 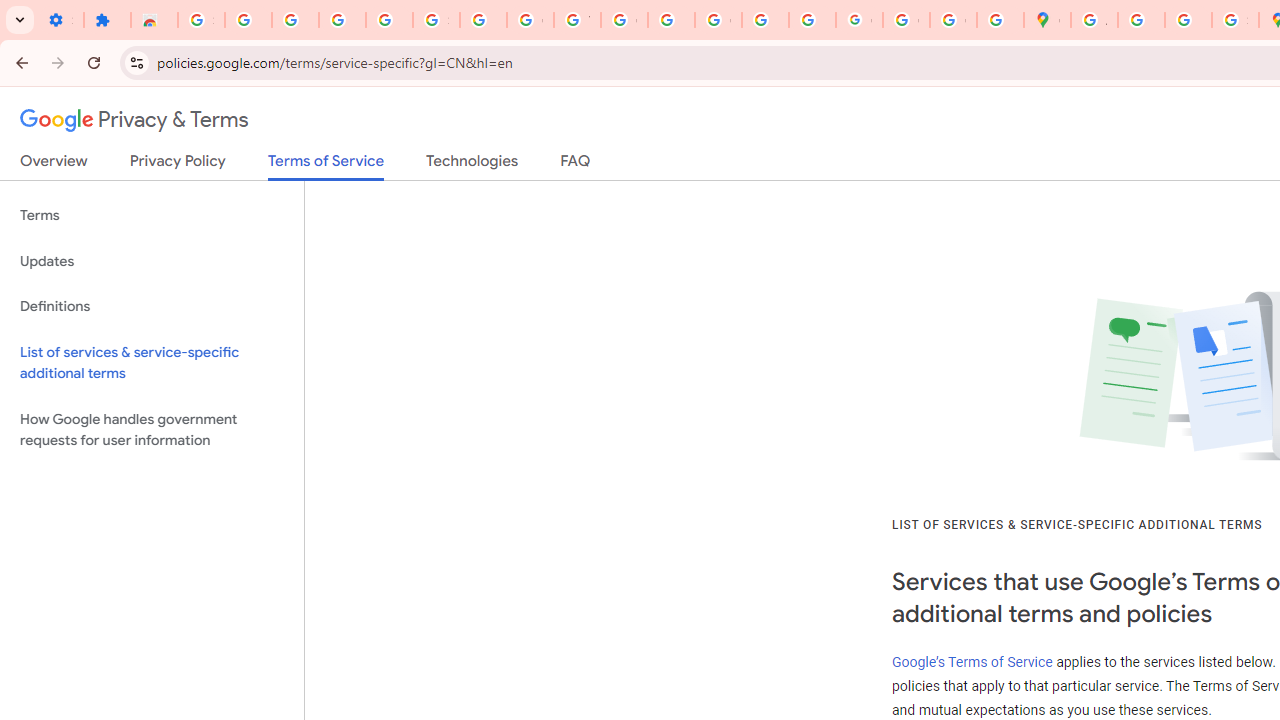 I want to click on 'Google Maps', so click(x=1046, y=20).